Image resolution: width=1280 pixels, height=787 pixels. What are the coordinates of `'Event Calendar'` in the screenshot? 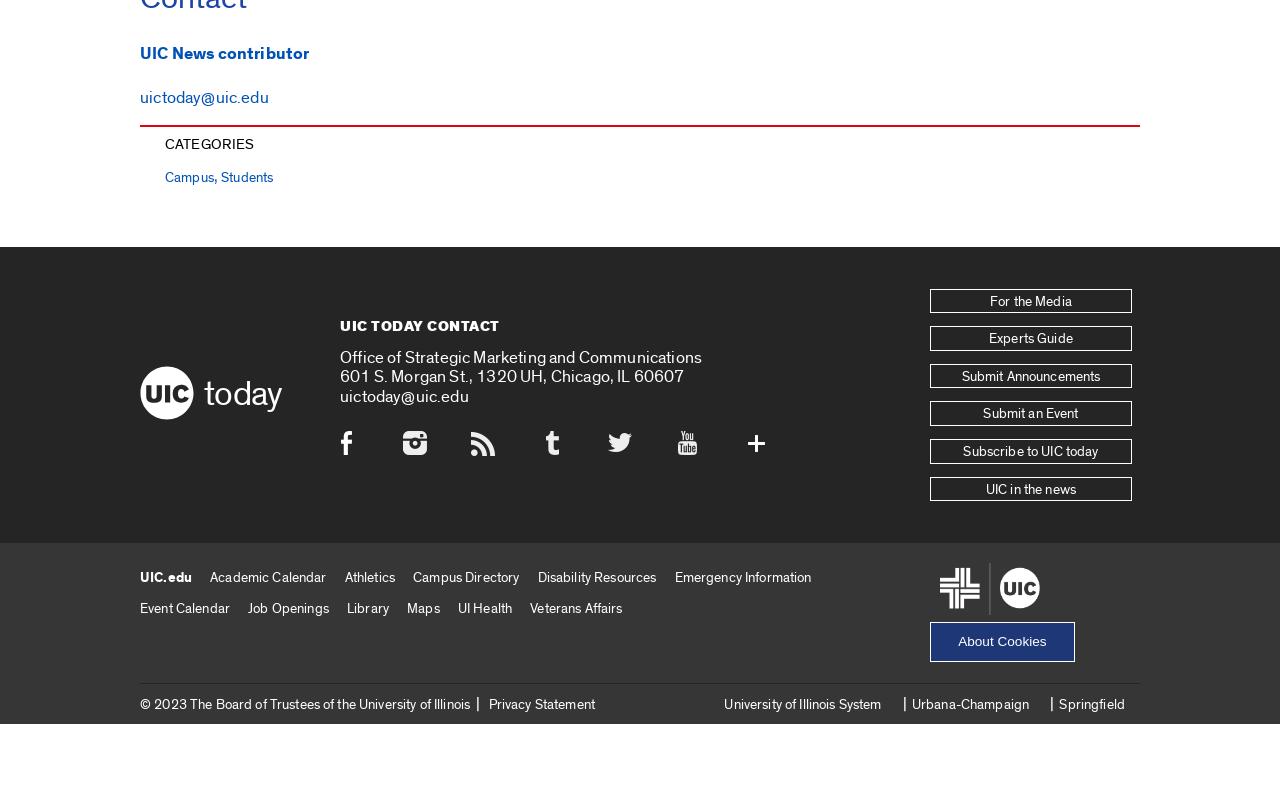 It's located at (139, 607).